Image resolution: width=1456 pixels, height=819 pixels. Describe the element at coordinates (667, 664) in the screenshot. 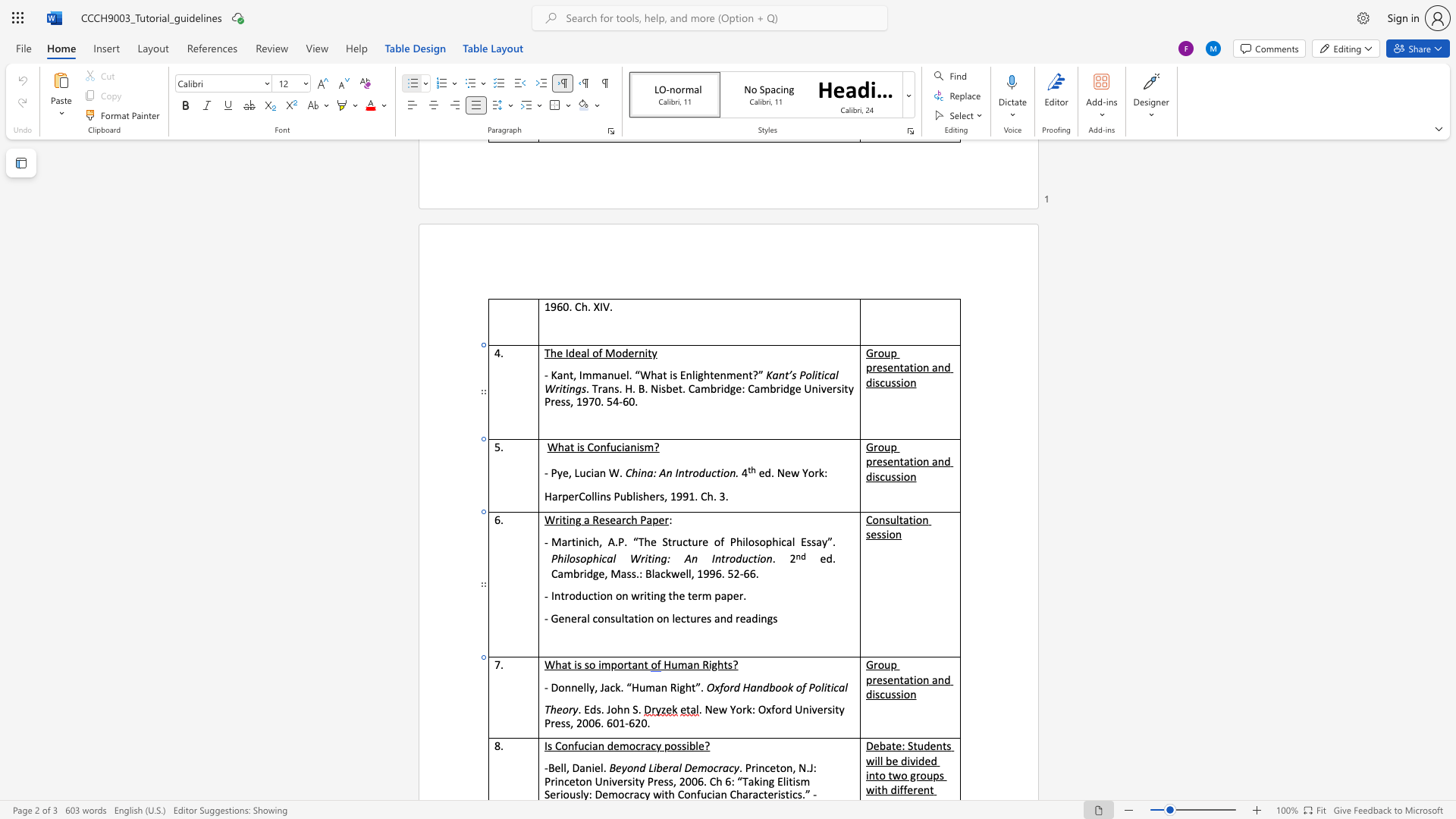

I see `the 1th character "H" in the text` at that location.